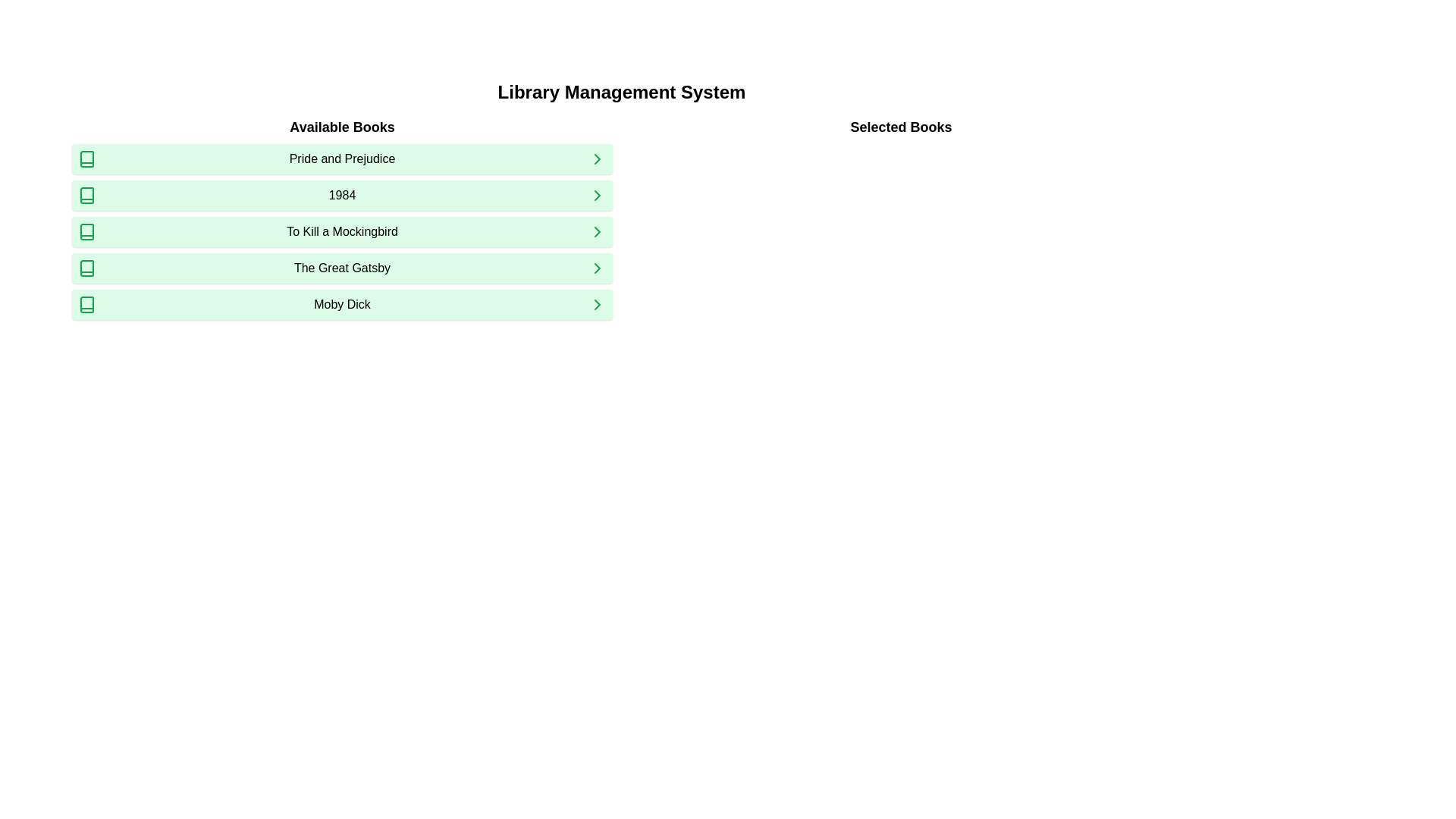  Describe the element at coordinates (341, 231) in the screenshot. I see `the interactive button labeled 'To Kill a Mockingbird' with a light green background, located in the 'Available Books' section as the third element in the list` at that location.